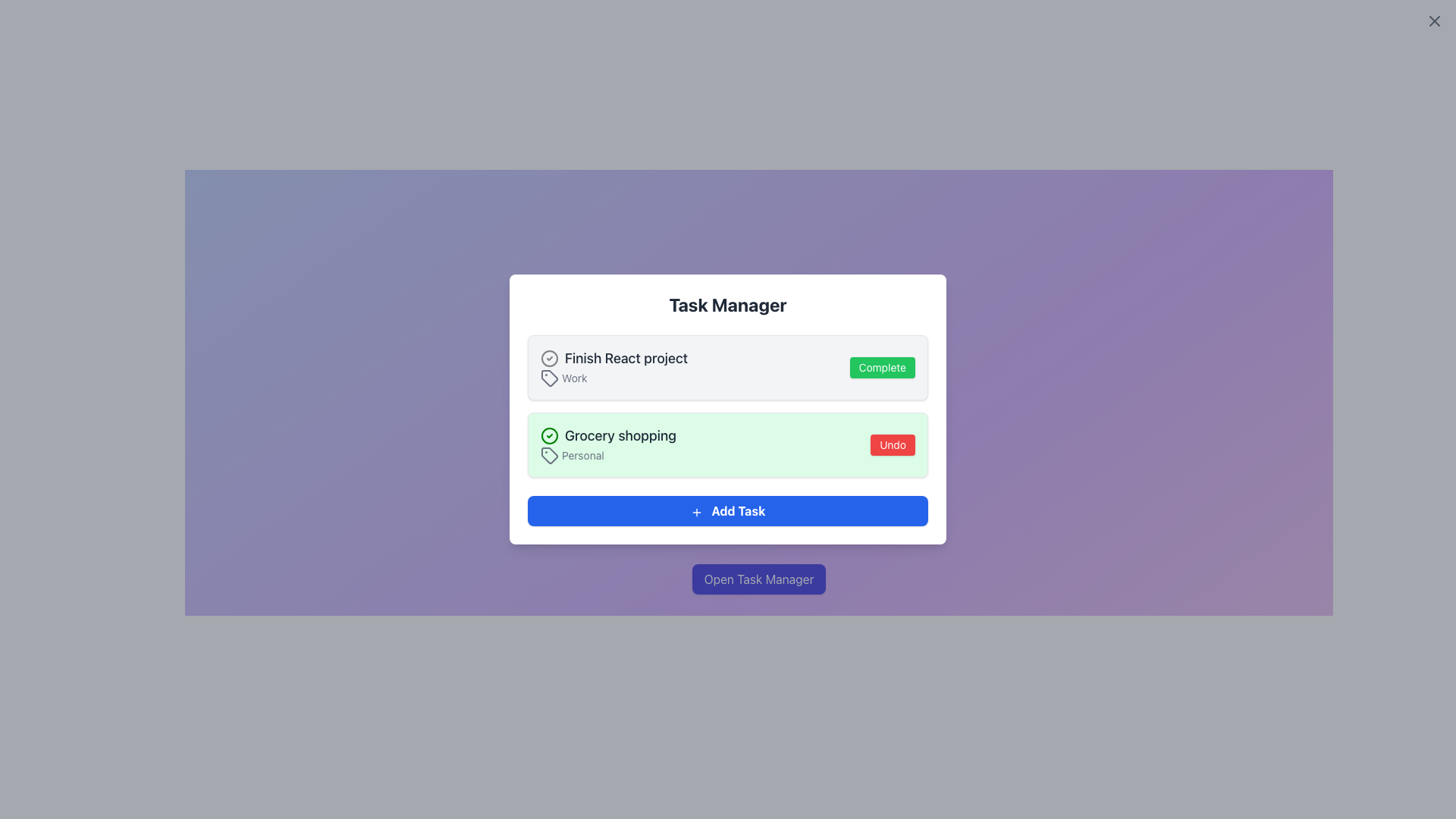 This screenshot has width=1456, height=819. Describe the element at coordinates (548, 455) in the screenshot. I see `the tag icon located in the left section of the 'Grocery shopping' task item, which features a line-drawn border and a small circular detail, positioned to the left of the text label 'Personal'` at that location.